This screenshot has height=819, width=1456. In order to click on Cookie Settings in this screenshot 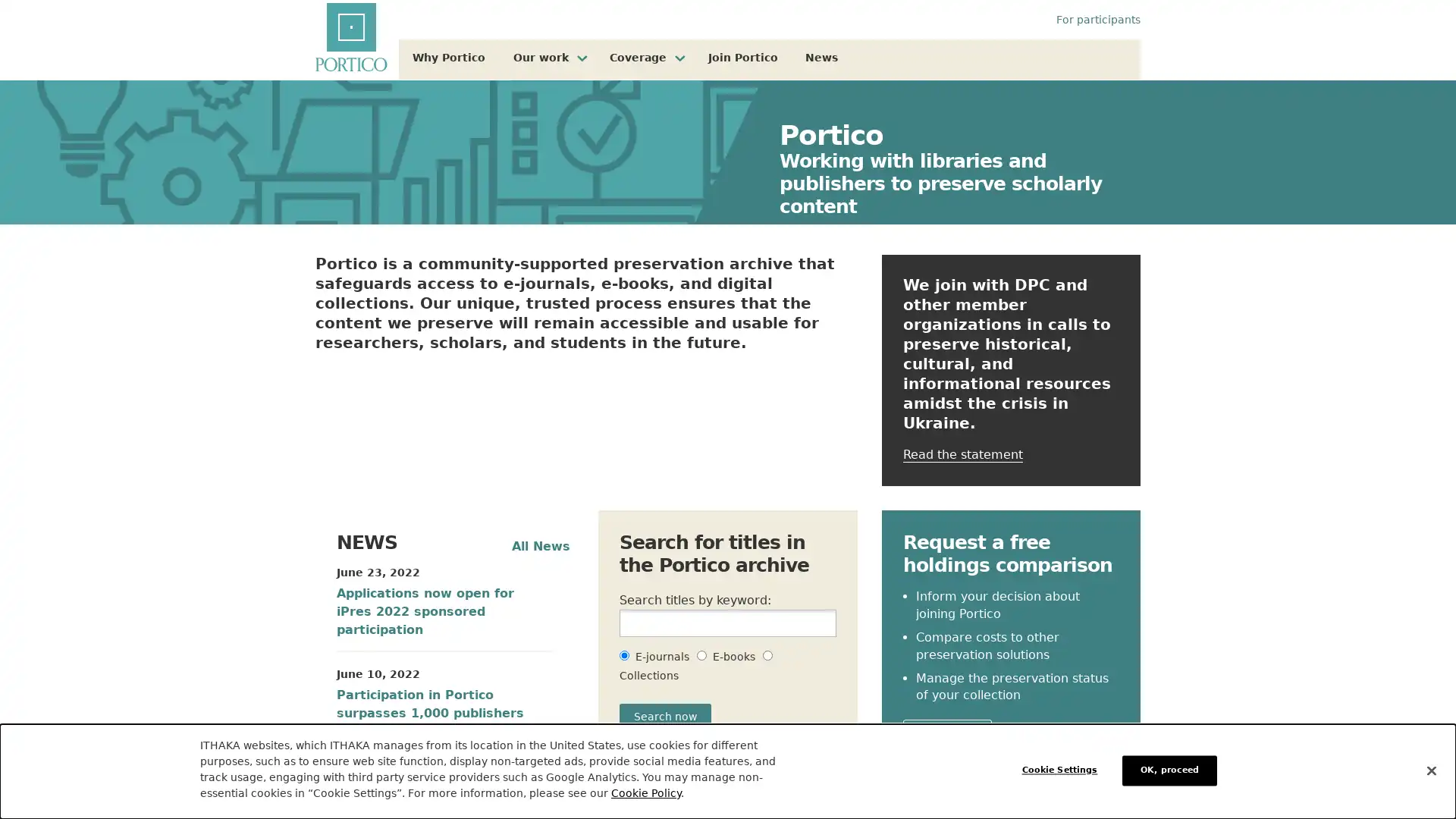, I will do `click(1062, 770)`.